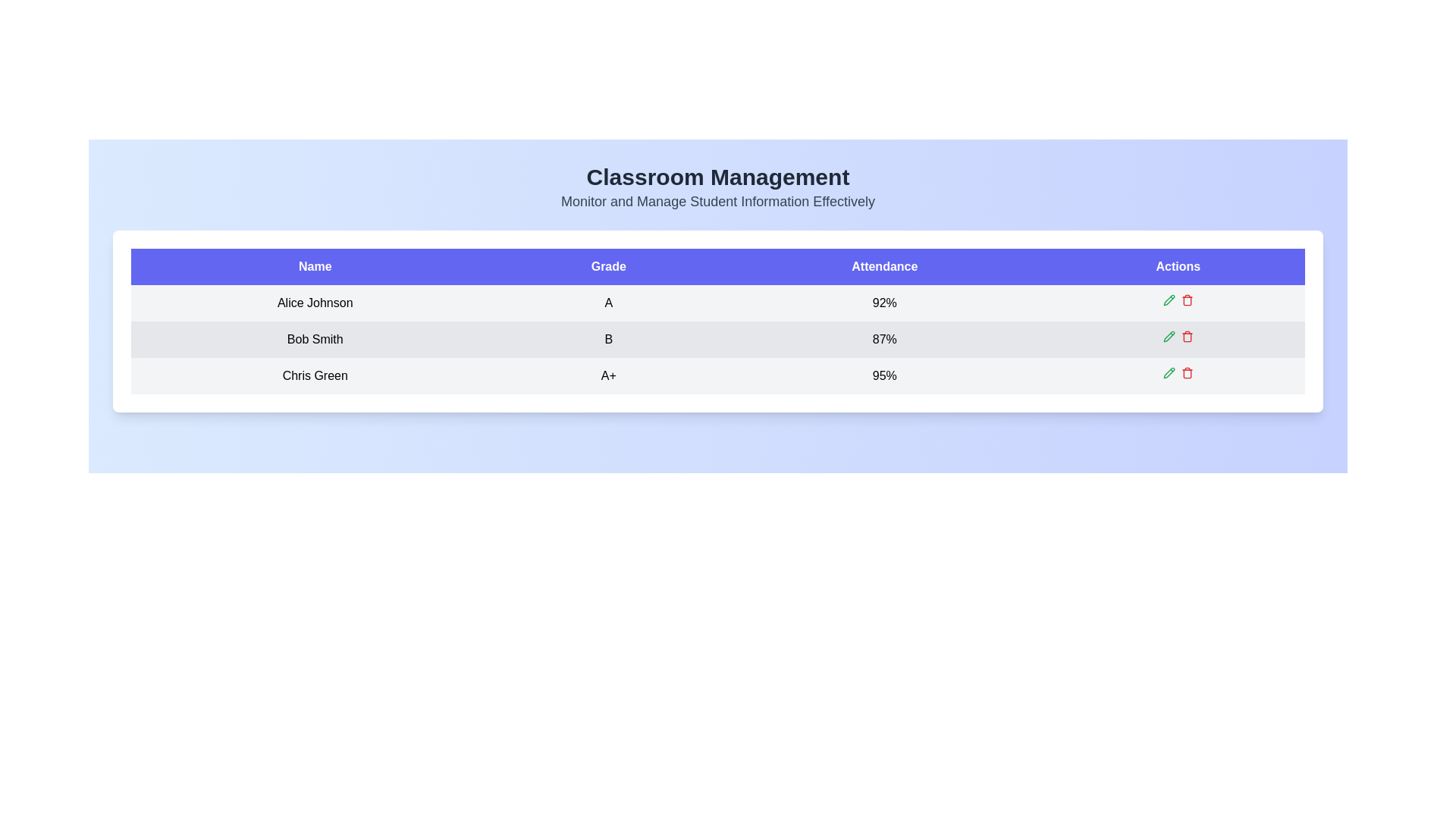 The height and width of the screenshot is (819, 1456). I want to click on the text label displaying 'Alice Johnson' in black on a light gray background, located in the first row under the 'Name' column of the table, so click(314, 303).